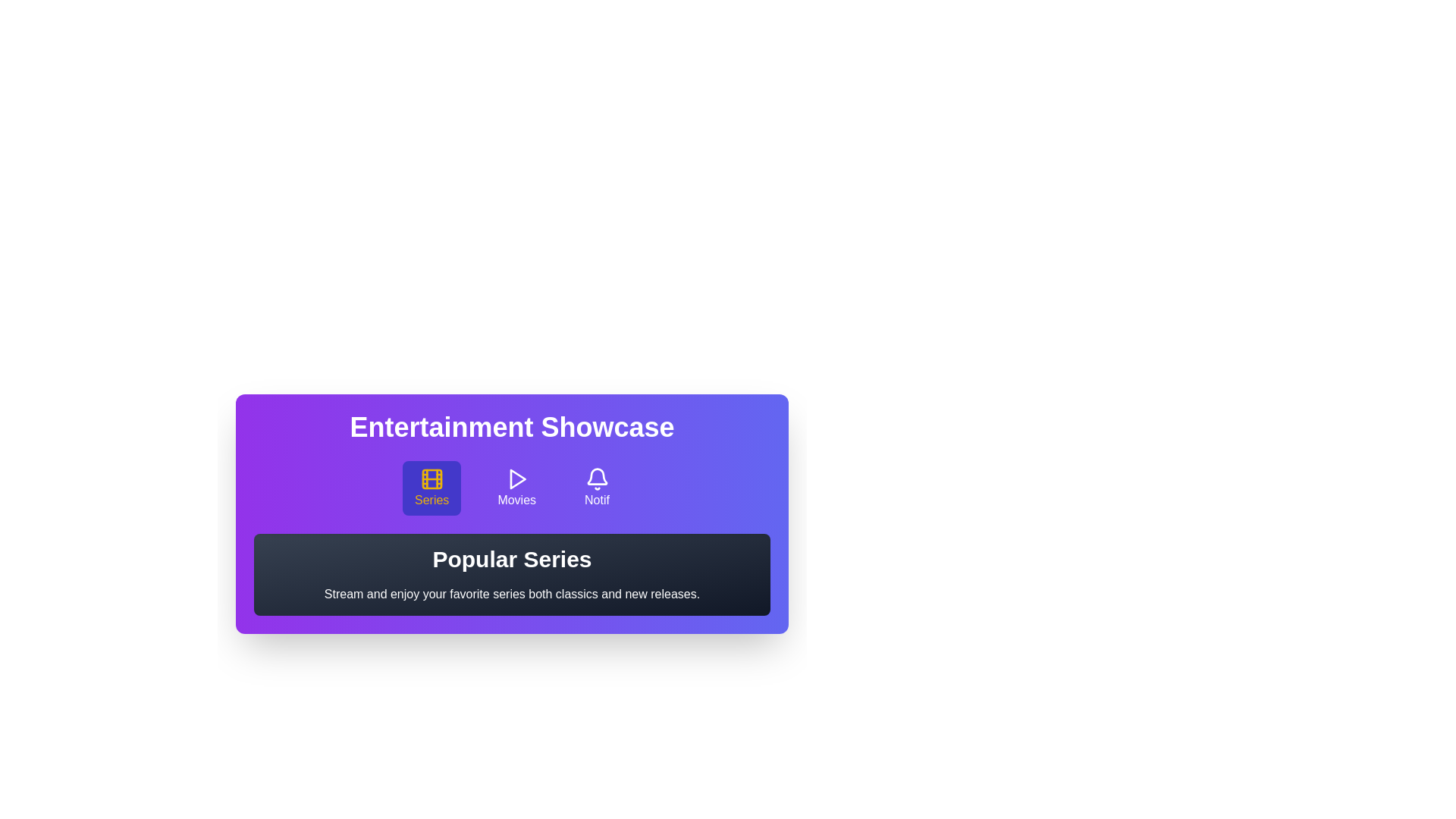  What do you see at coordinates (512, 593) in the screenshot?
I see `text label that contains 'Stream and enjoy your favorite series both classics and new releases.' located below the 'Popular Series' title` at bounding box center [512, 593].